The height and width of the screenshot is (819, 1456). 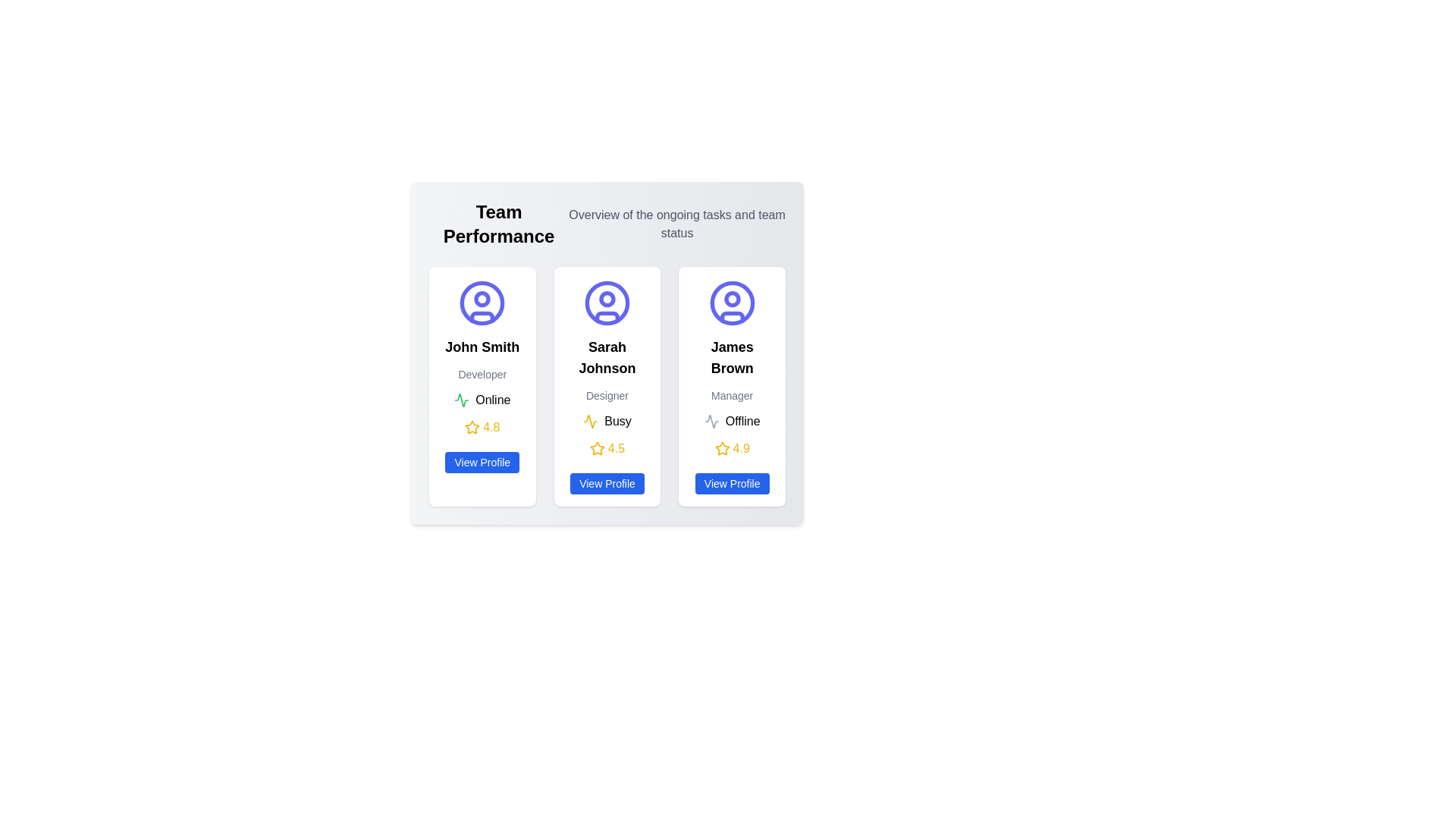 I want to click on the yellow star icon with a hollow center, which is part of the rating display for 'Sarah Johnson', located beneath the 'Busy' status indicator and adjacent to the rating number '4.5', so click(x=596, y=447).